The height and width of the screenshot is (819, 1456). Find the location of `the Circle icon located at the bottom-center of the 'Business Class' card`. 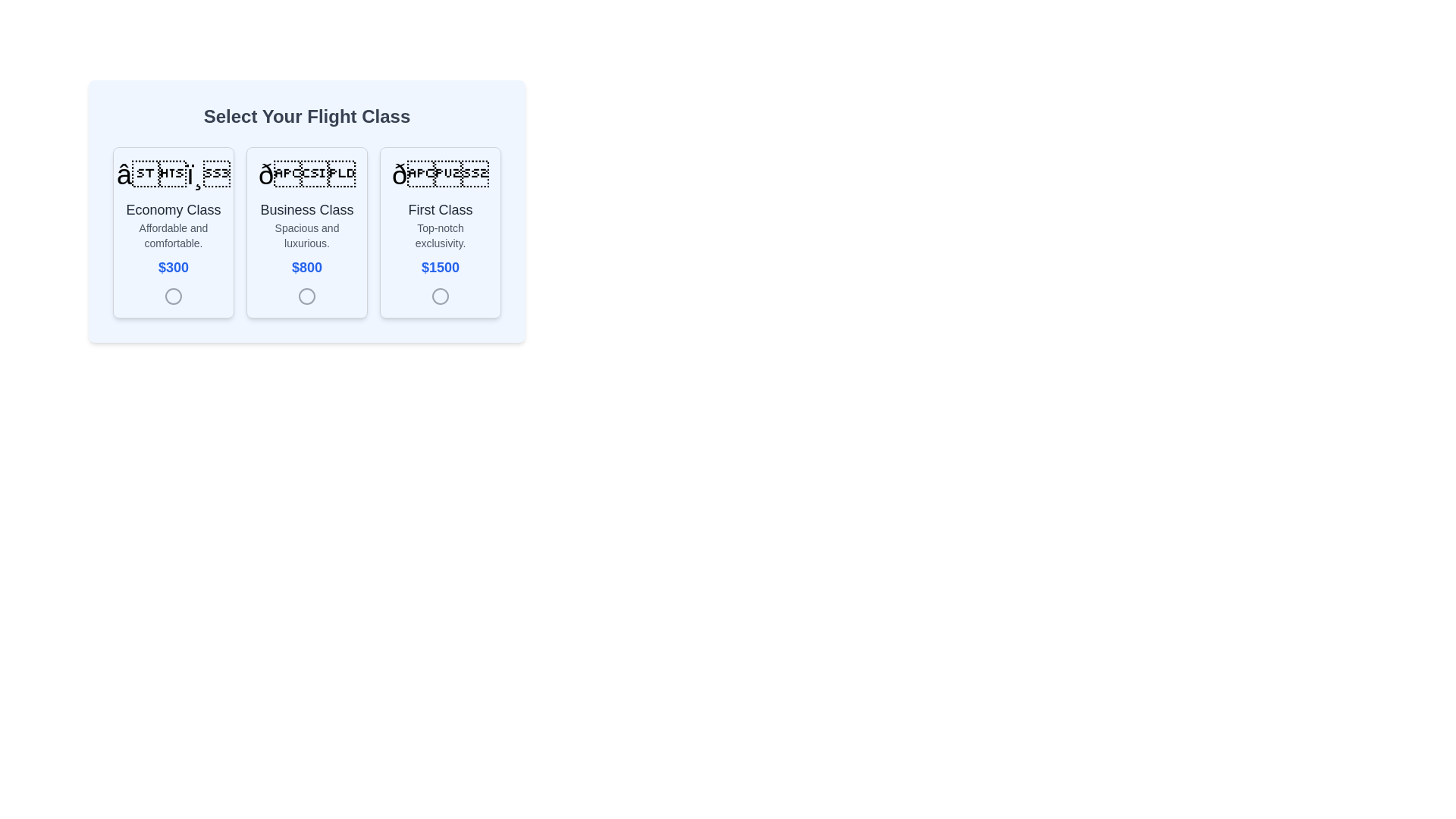

the Circle icon located at the bottom-center of the 'Business Class' card is located at coordinates (306, 296).